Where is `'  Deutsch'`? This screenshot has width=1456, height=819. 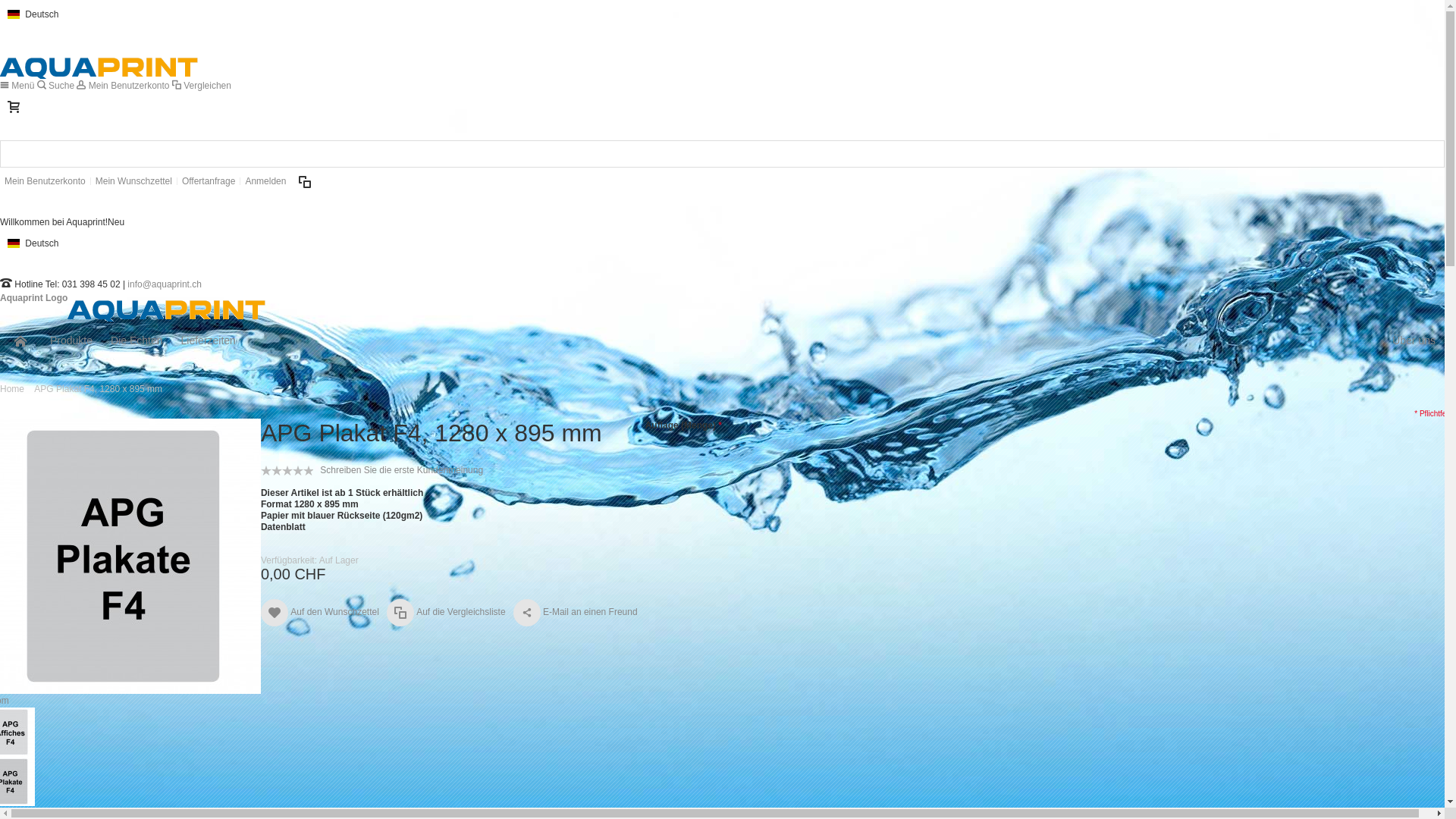
'  Deutsch' is located at coordinates (0, 14).